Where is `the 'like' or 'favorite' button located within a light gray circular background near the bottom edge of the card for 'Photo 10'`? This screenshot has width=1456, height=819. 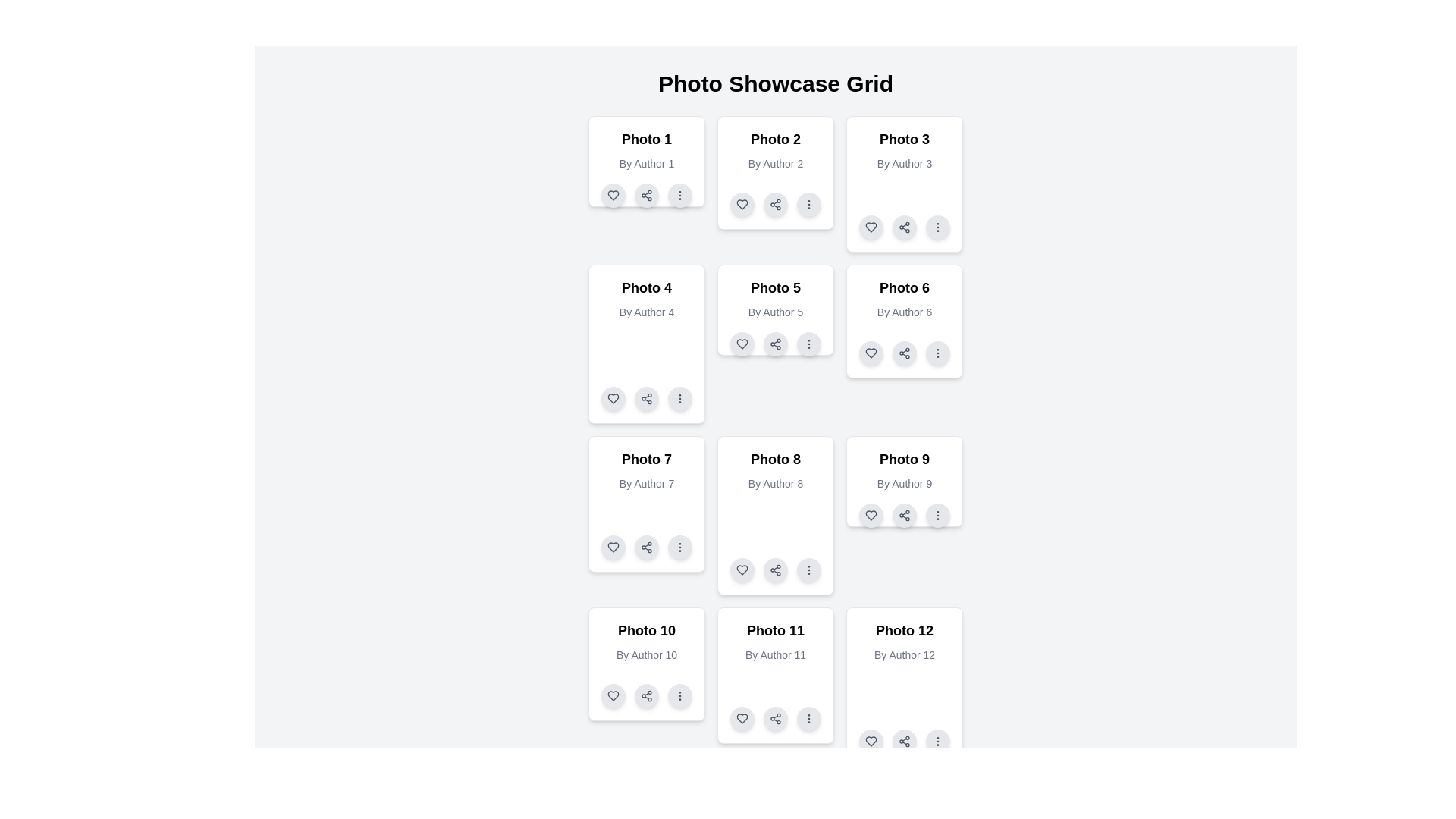 the 'like' or 'favorite' button located within a light gray circular background near the bottom edge of the card for 'Photo 10' is located at coordinates (613, 696).